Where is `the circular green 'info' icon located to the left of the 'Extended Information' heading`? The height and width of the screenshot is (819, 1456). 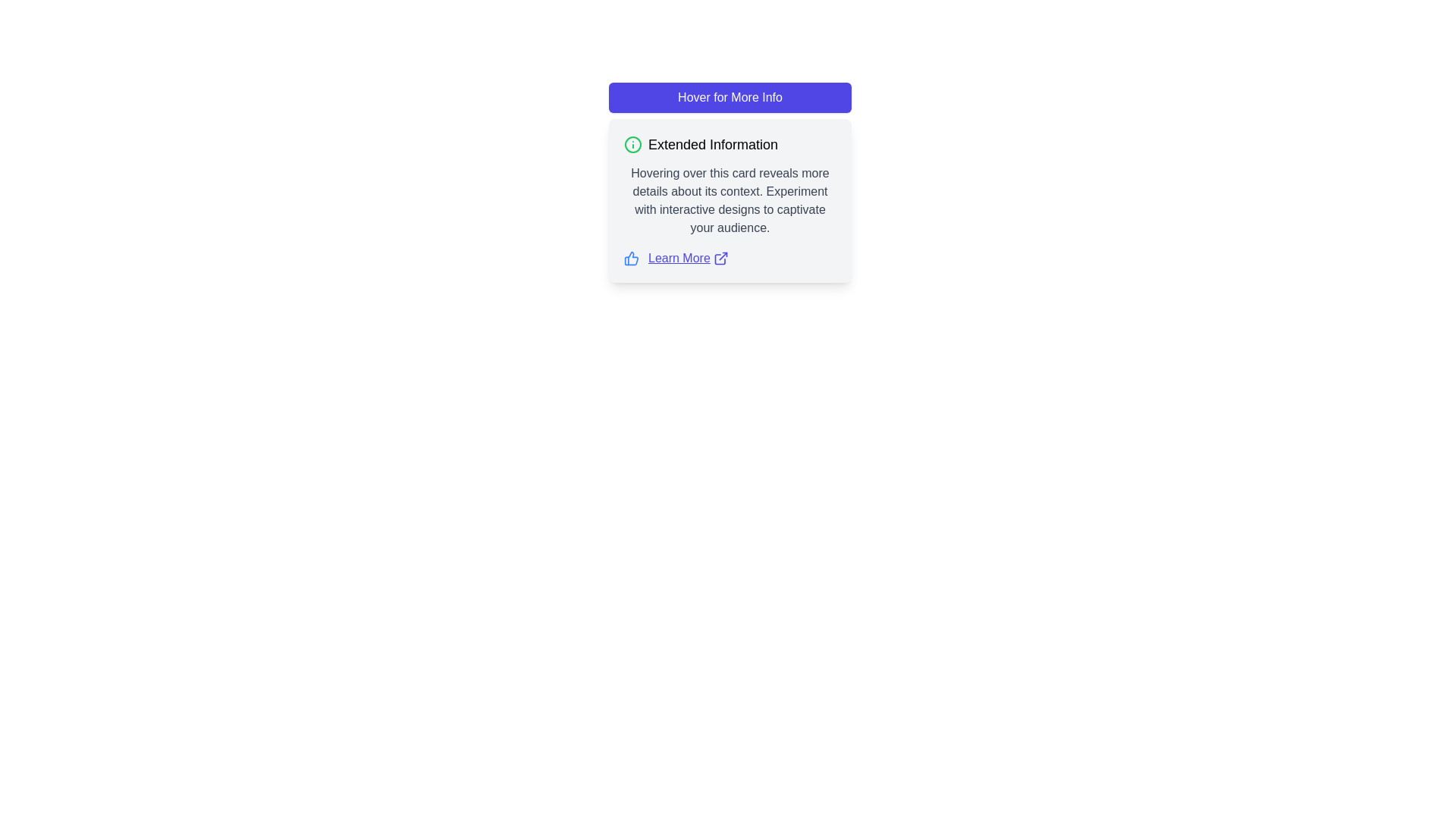 the circular green 'info' icon located to the left of the 'Extended Information' heading is located at coordinates (633, 145).